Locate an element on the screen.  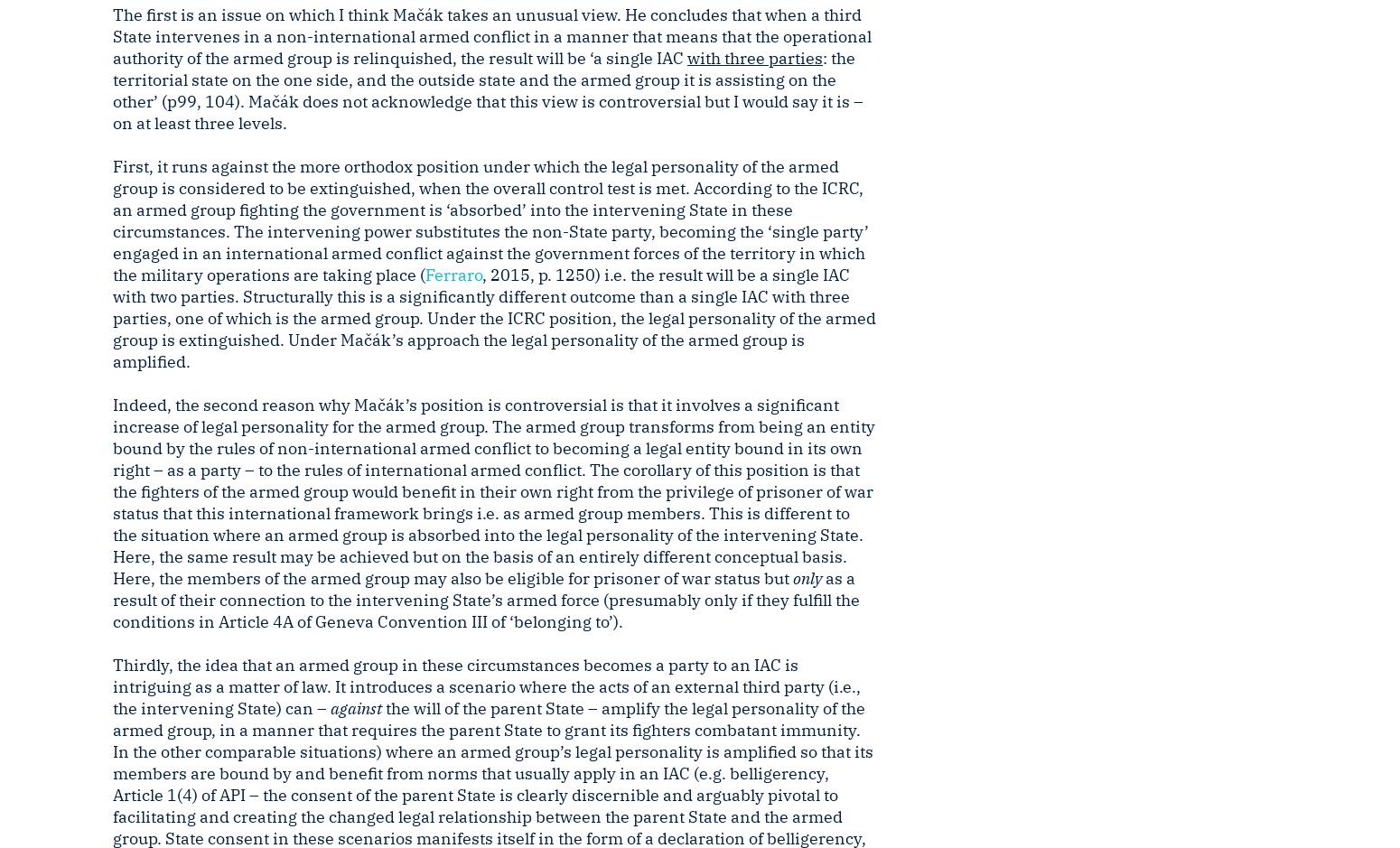
'Ferraro' is located at coordinates (453, 275).